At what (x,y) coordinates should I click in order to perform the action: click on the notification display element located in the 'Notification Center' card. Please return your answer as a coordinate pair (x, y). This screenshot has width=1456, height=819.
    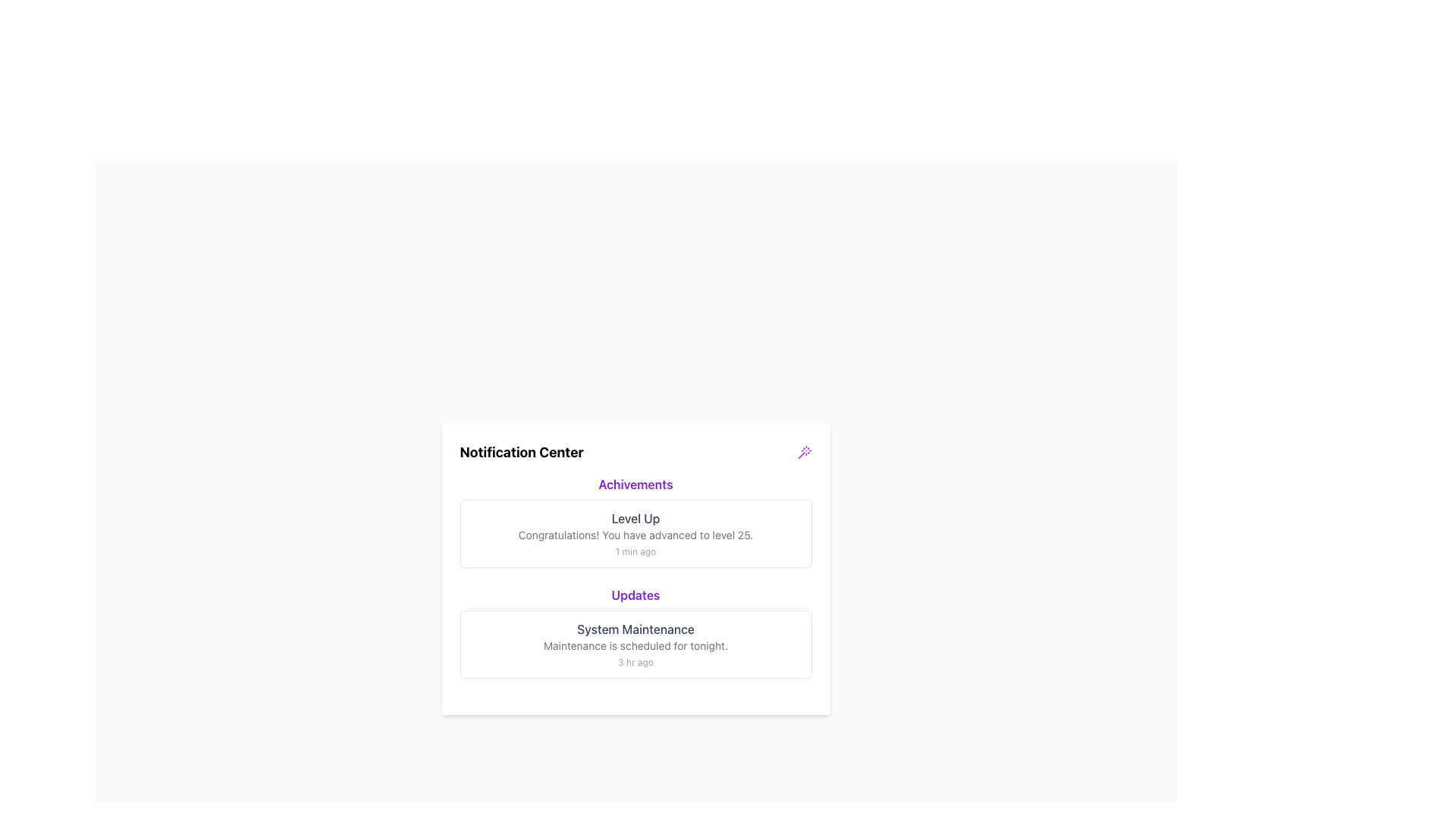
    Looking at the image, I should click on (635, 576).